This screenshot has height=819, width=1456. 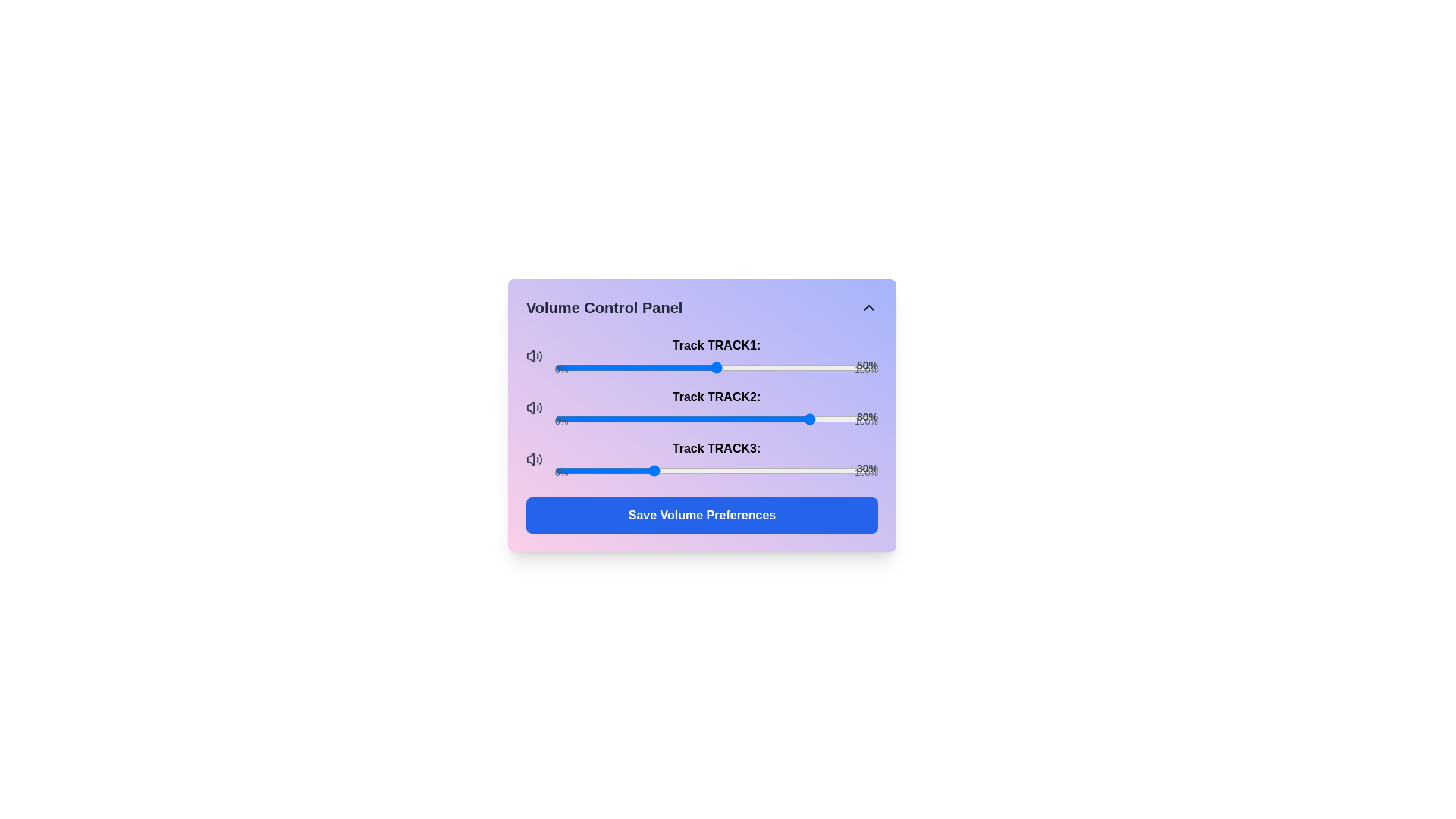 I want to click on the slider, so click(x=642, y=368).